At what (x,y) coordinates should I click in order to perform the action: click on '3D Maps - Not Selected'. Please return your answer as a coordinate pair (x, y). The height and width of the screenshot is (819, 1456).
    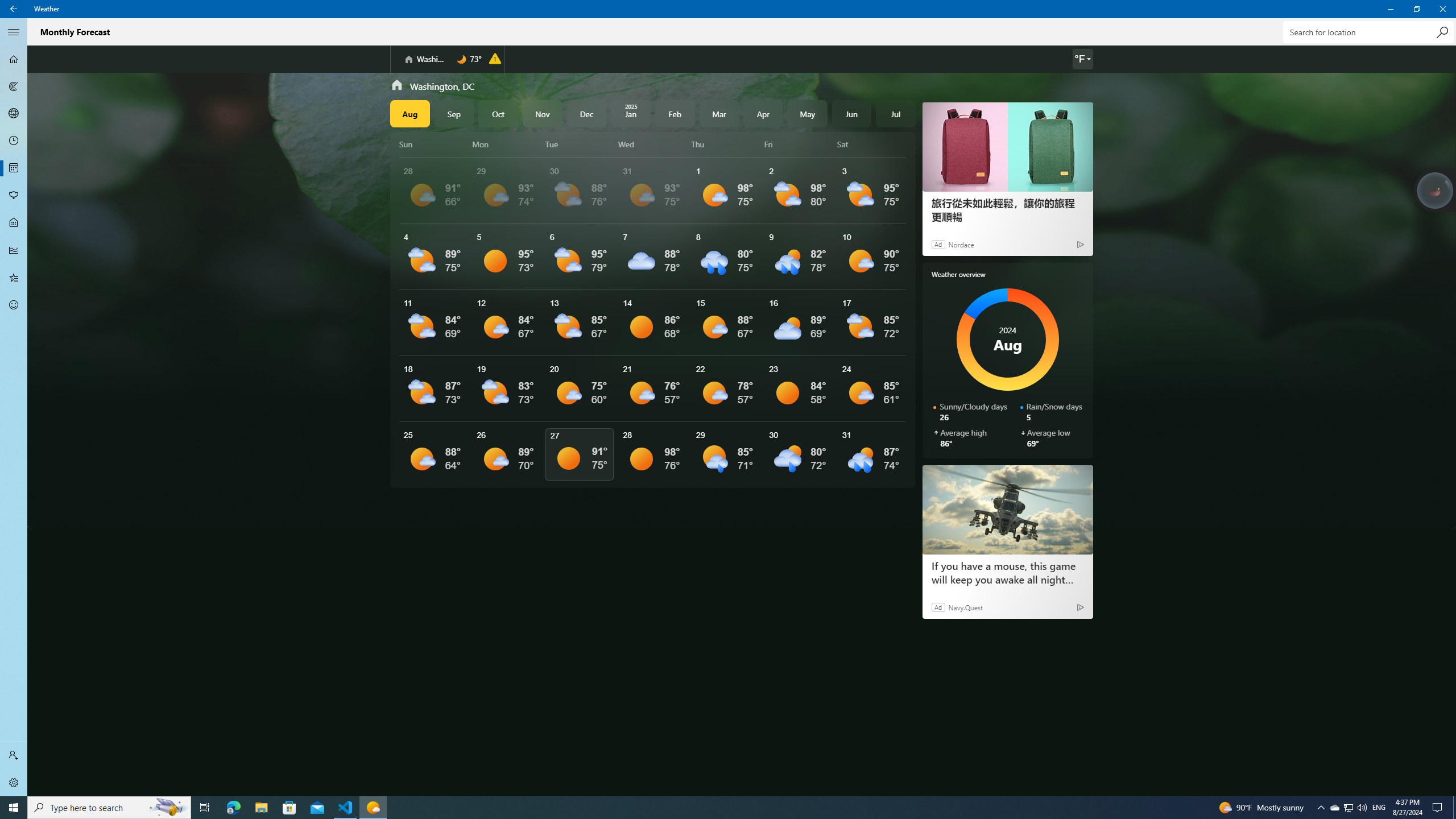
    Looking at the image, I should click on (14, 113).